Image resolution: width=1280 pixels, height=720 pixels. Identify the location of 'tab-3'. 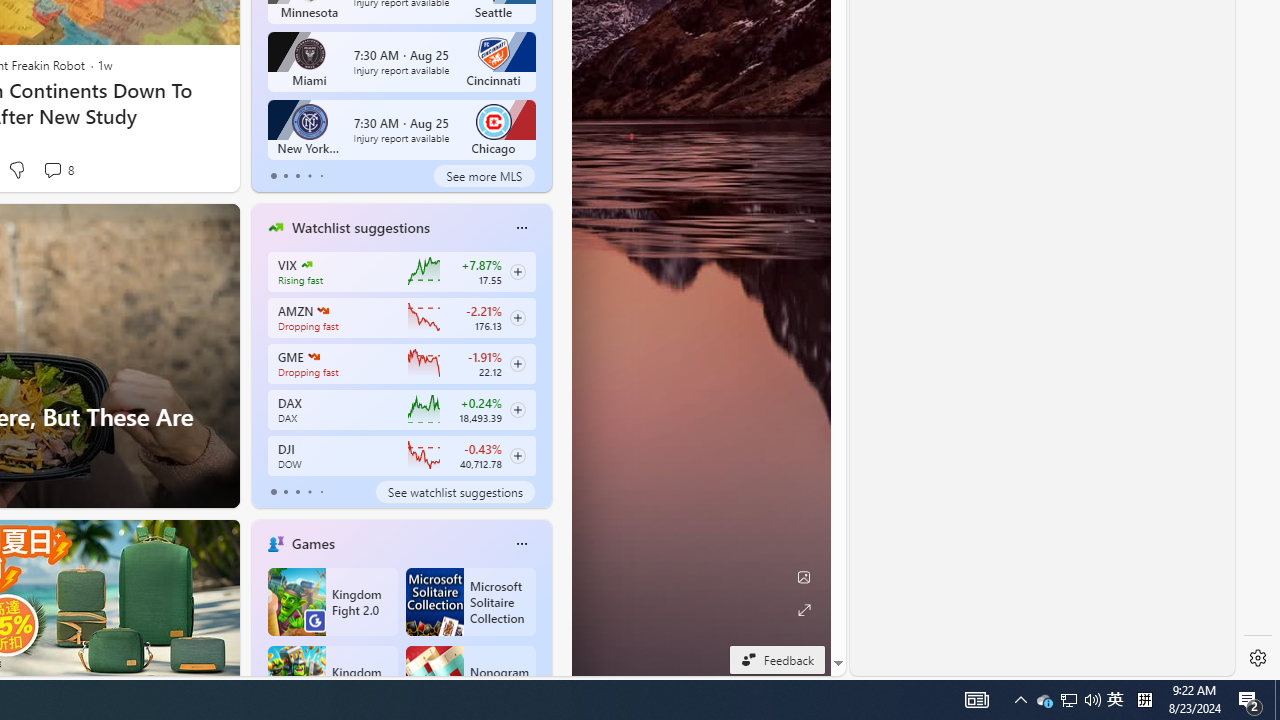
(308, 492).